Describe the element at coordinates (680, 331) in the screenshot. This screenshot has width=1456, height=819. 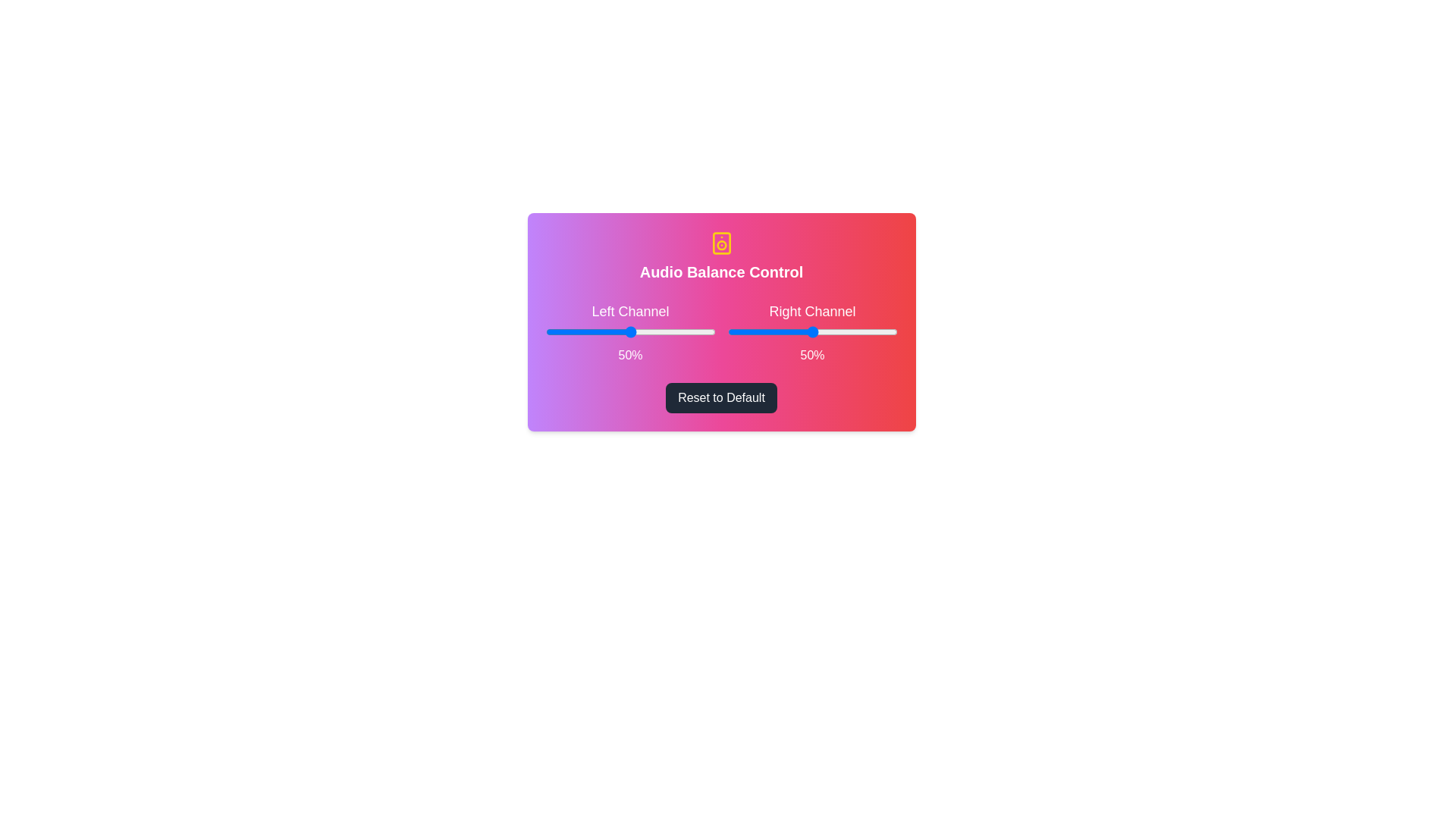
I see `the left slider to 80%` at that location.